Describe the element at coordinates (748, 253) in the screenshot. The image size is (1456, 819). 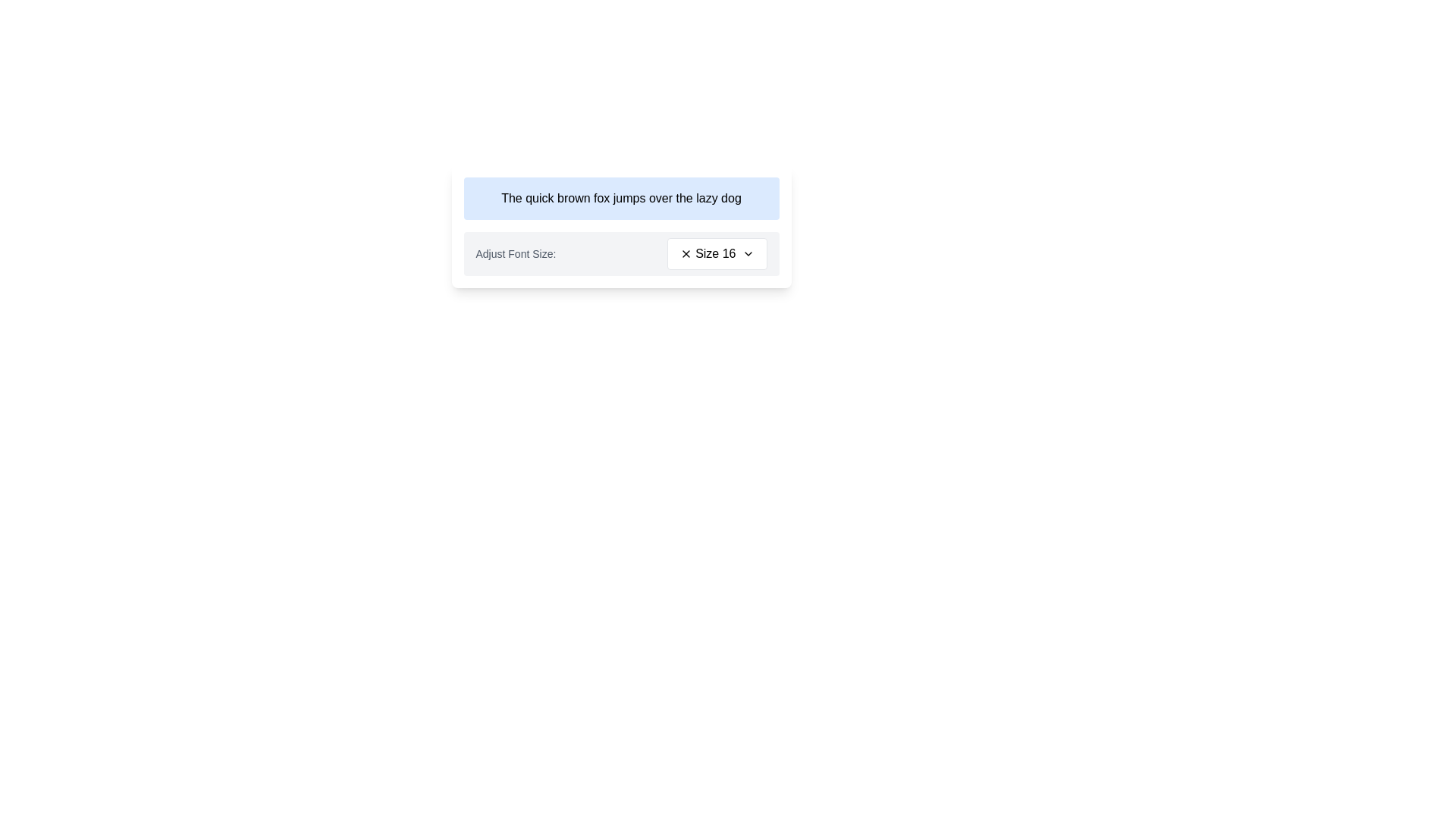
I see `the downward-pointing chevron icon next to the 'Size 16' text` at that location.